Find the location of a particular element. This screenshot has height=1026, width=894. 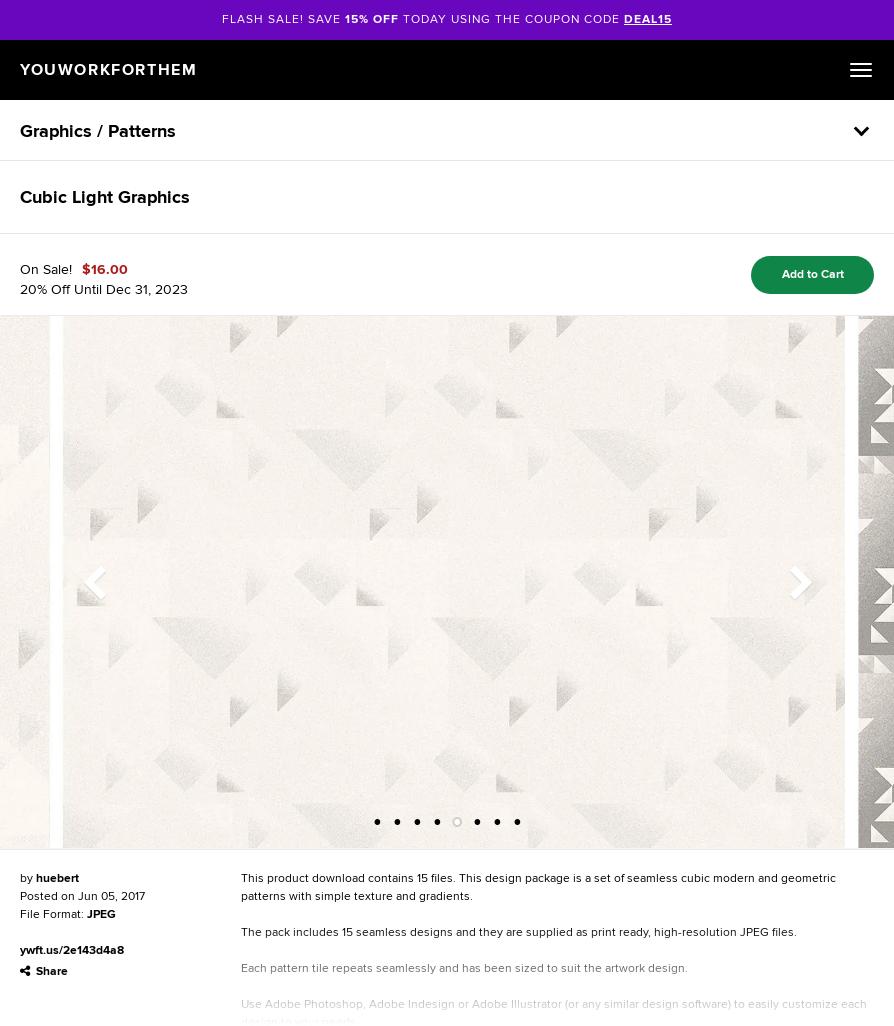

'/ patterns' is located at coordinates (136, 131).